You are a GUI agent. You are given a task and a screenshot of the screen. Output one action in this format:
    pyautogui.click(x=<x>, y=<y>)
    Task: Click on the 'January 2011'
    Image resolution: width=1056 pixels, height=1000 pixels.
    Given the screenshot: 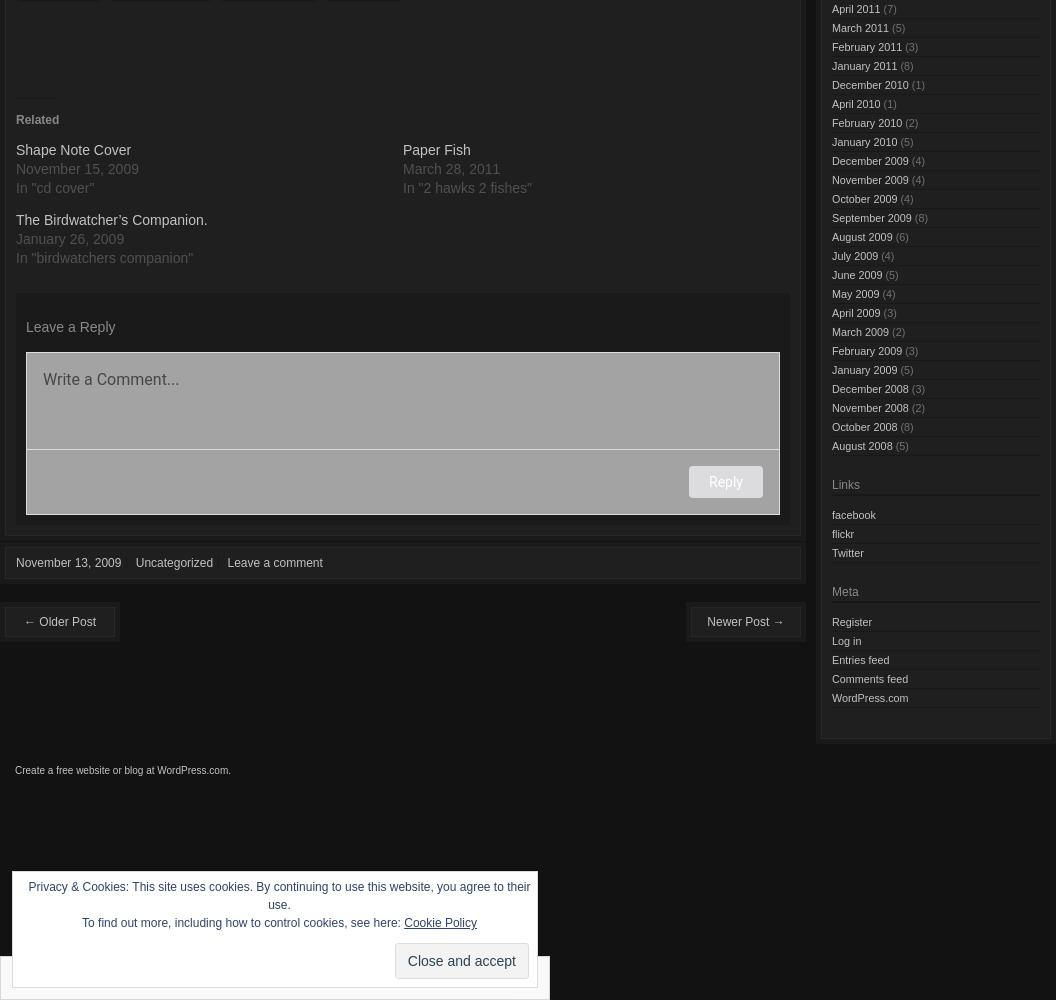 What is the action you would take?
    pyautogui.click(x=863, y=64)
    